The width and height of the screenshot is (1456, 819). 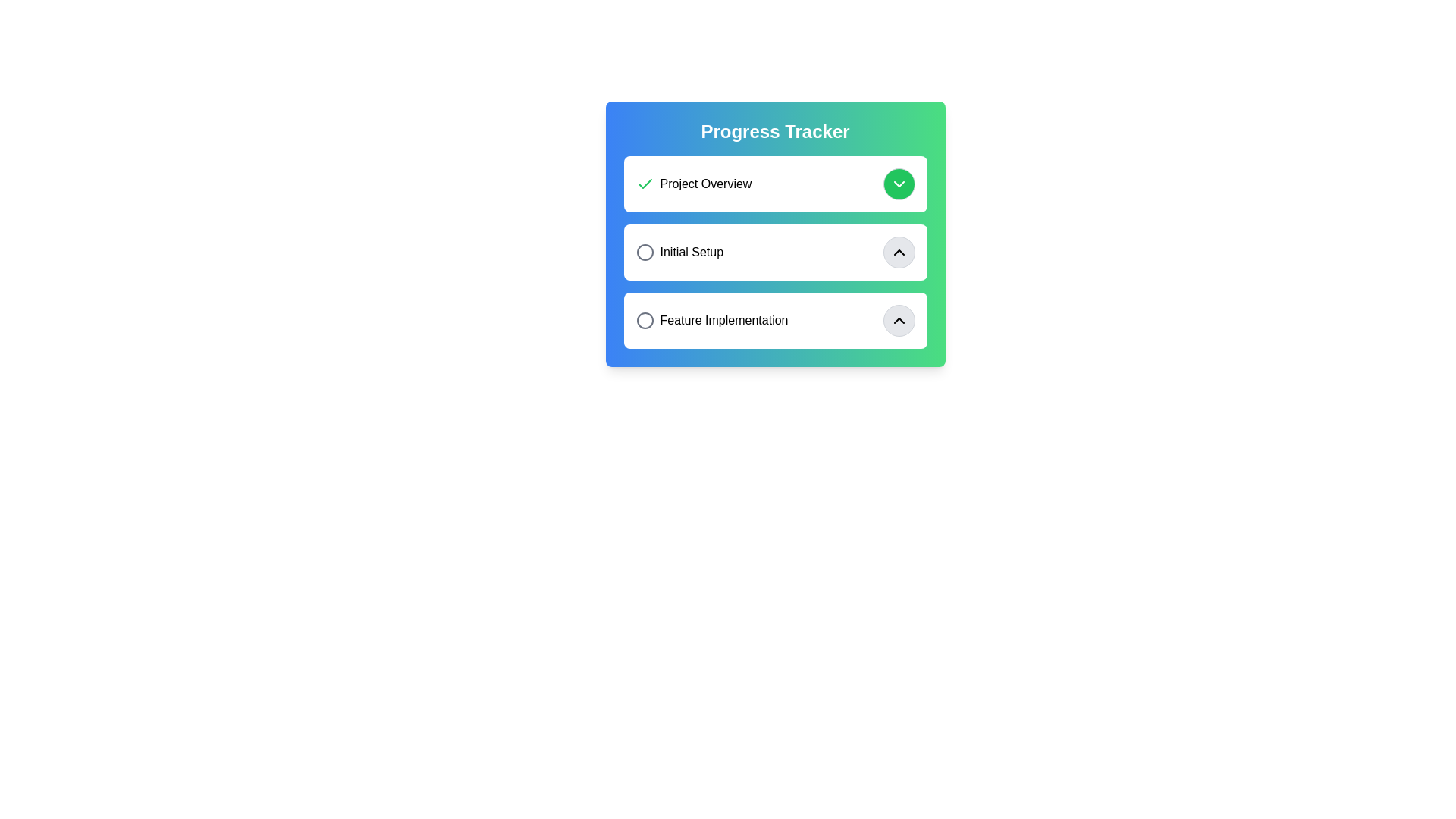 I want to click on the downward-pointing chevron icon outlined in white, located near the right edge of the green circular button in the 'Progress Tracker' panel under 'Project Overview' to trigger hover-related UI effects, so click(x=899, y=184).